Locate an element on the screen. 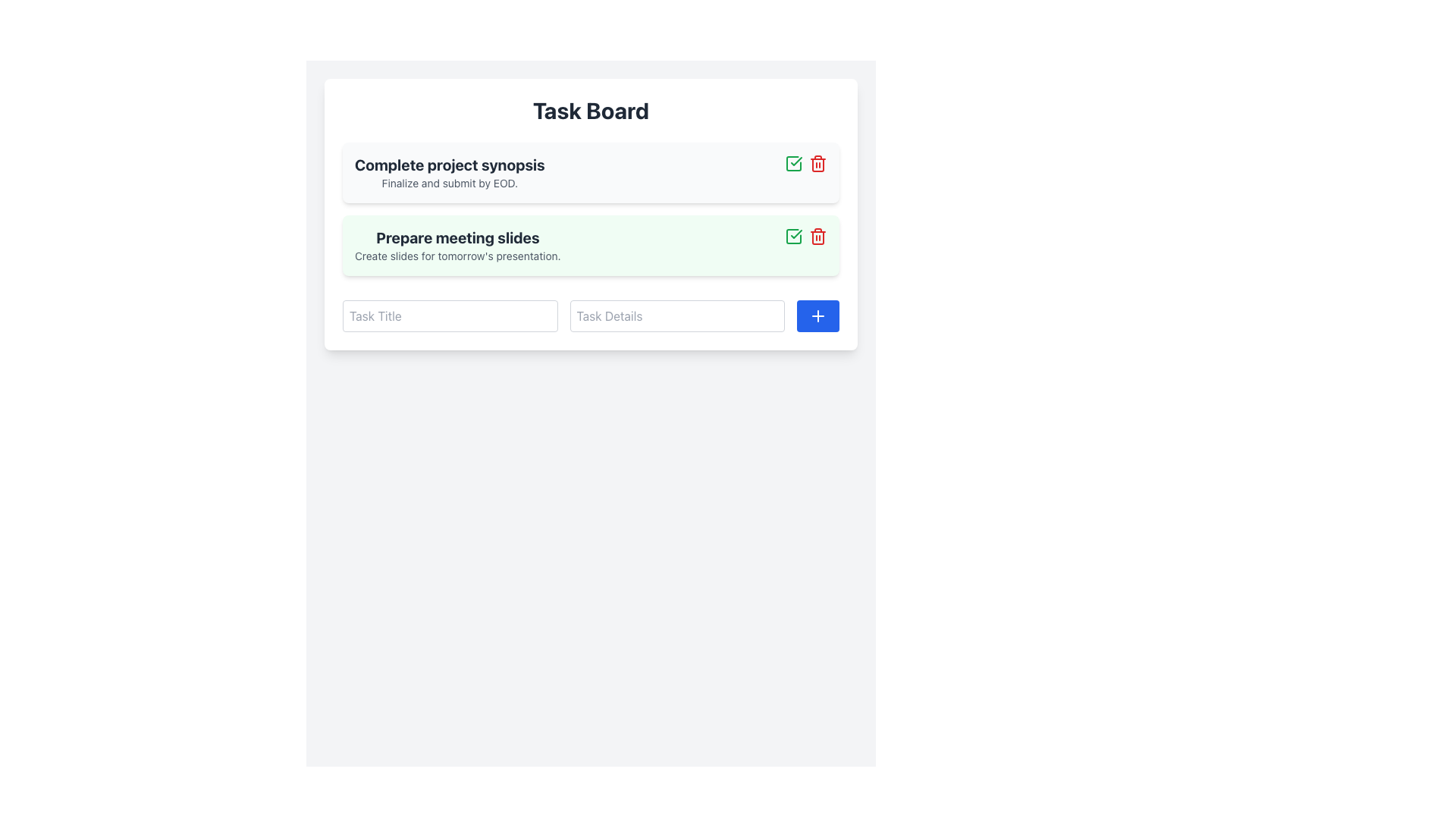 This screenshot has height=819, width=1456. the task overview text block located below the 'Task Board' heading and above another task section, aligned left within the first task card is located at coordinates (449, 171).